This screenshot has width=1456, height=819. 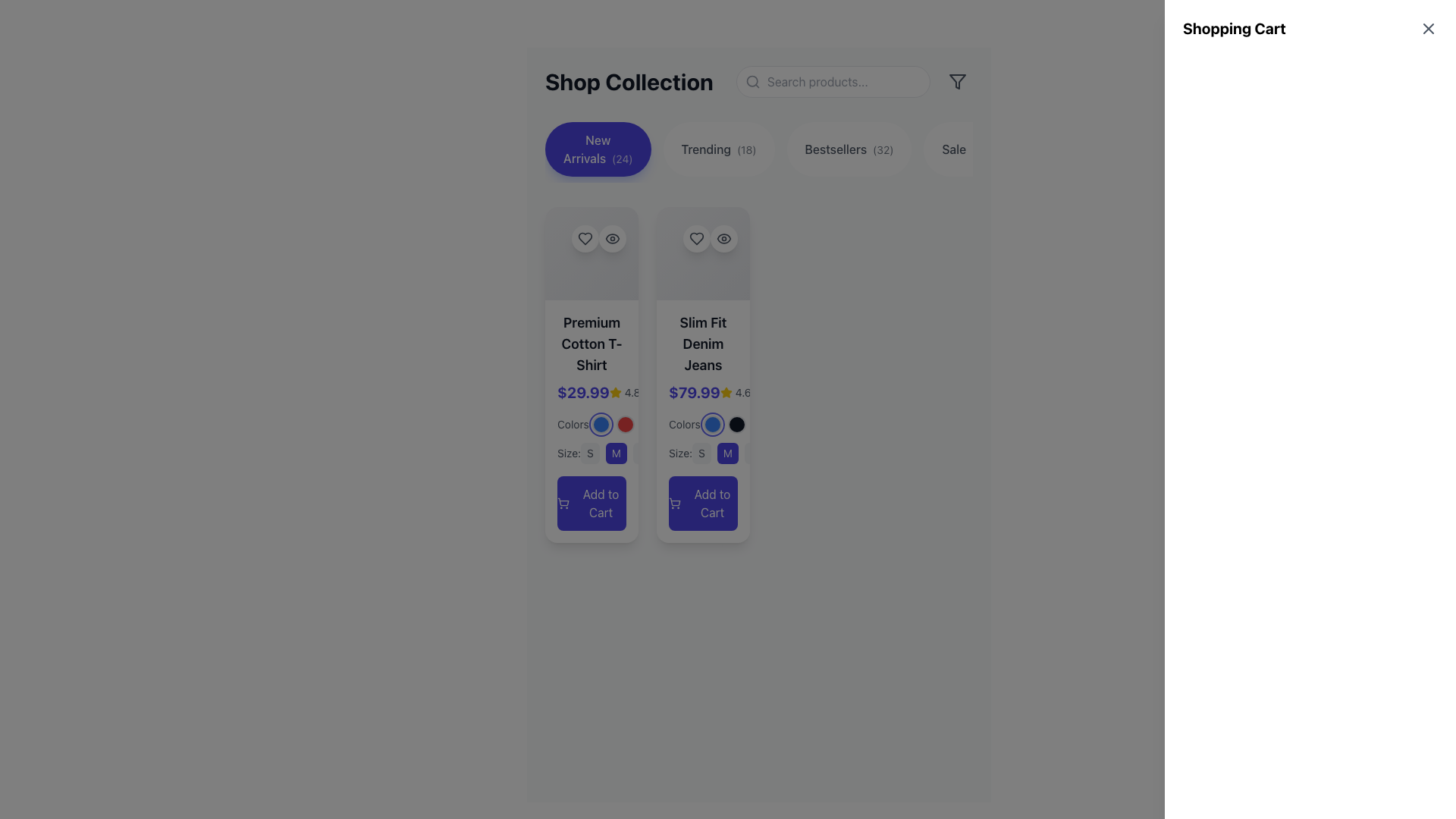 I want to click on the rating icon located between the price and review text of the Slim Fit Denim Jeans item, so click(x=725, y=391).